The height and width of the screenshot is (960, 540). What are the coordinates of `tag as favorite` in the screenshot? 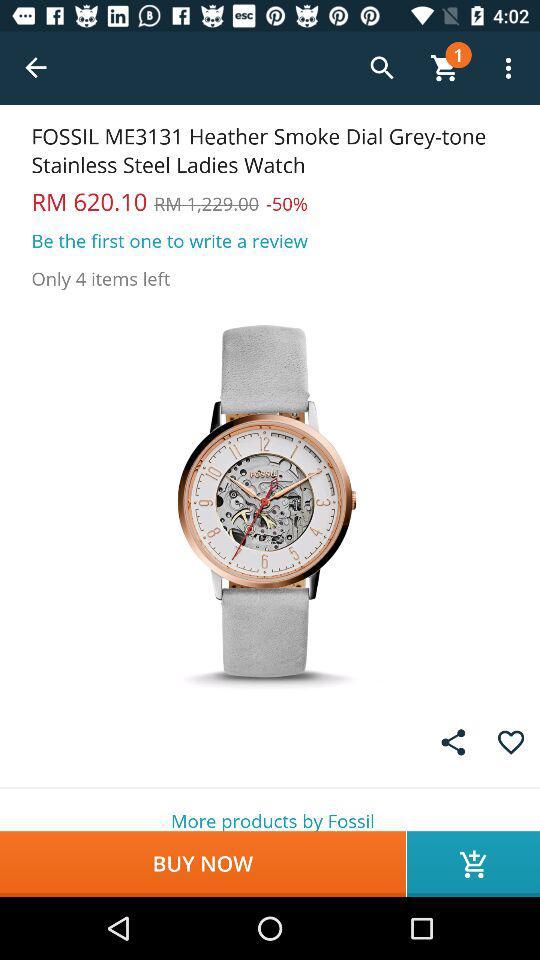 It's located at (511, 741).